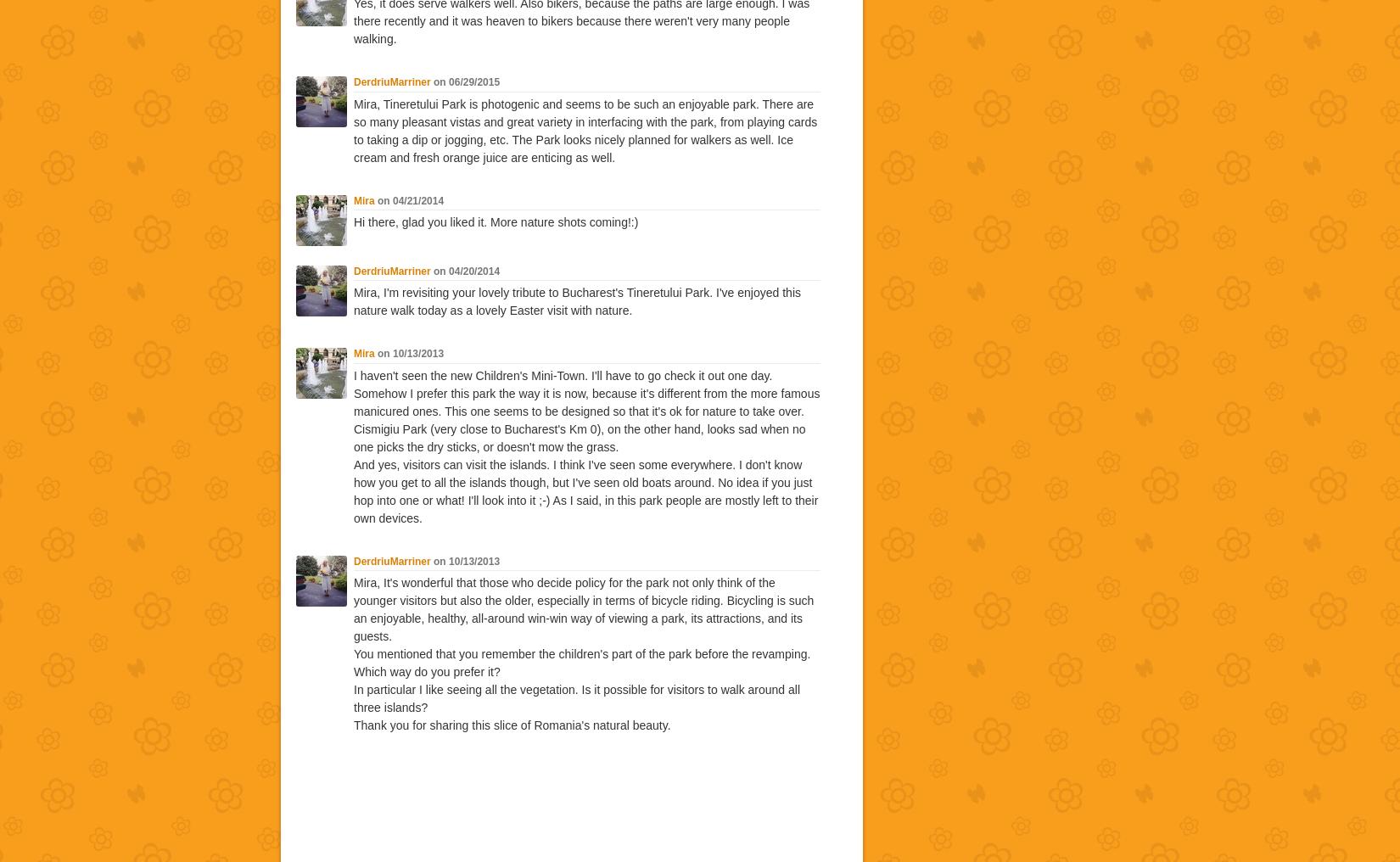  What do you see at coordinates (511, 725) in the screenshot?
I see `'Thank you for sharing this slice of Romania's natural beauty.'` at bounding box center [511, 725].